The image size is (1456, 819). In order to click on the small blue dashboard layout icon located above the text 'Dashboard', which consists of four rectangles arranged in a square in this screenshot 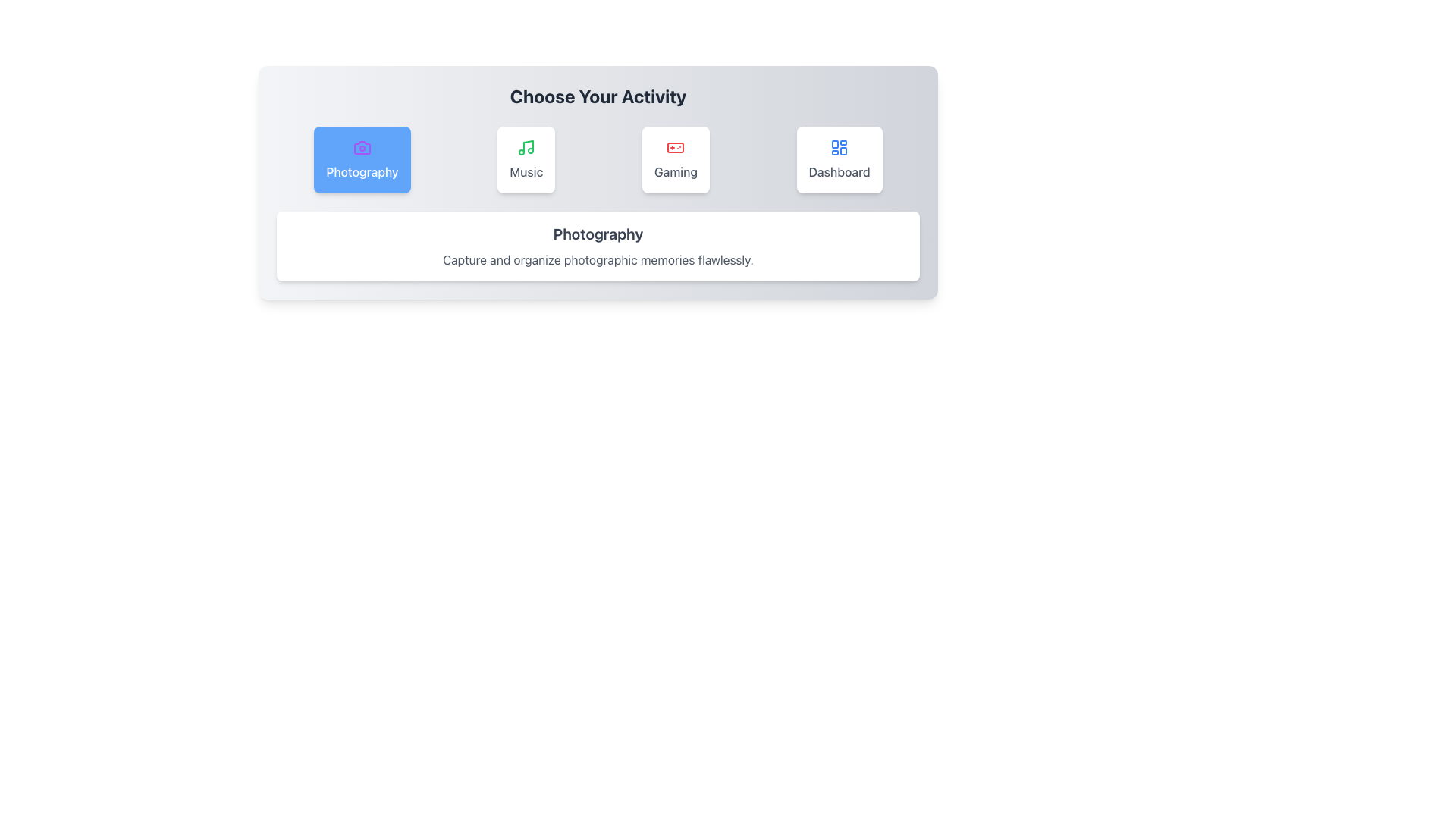, I will do `click(839, 148)`.